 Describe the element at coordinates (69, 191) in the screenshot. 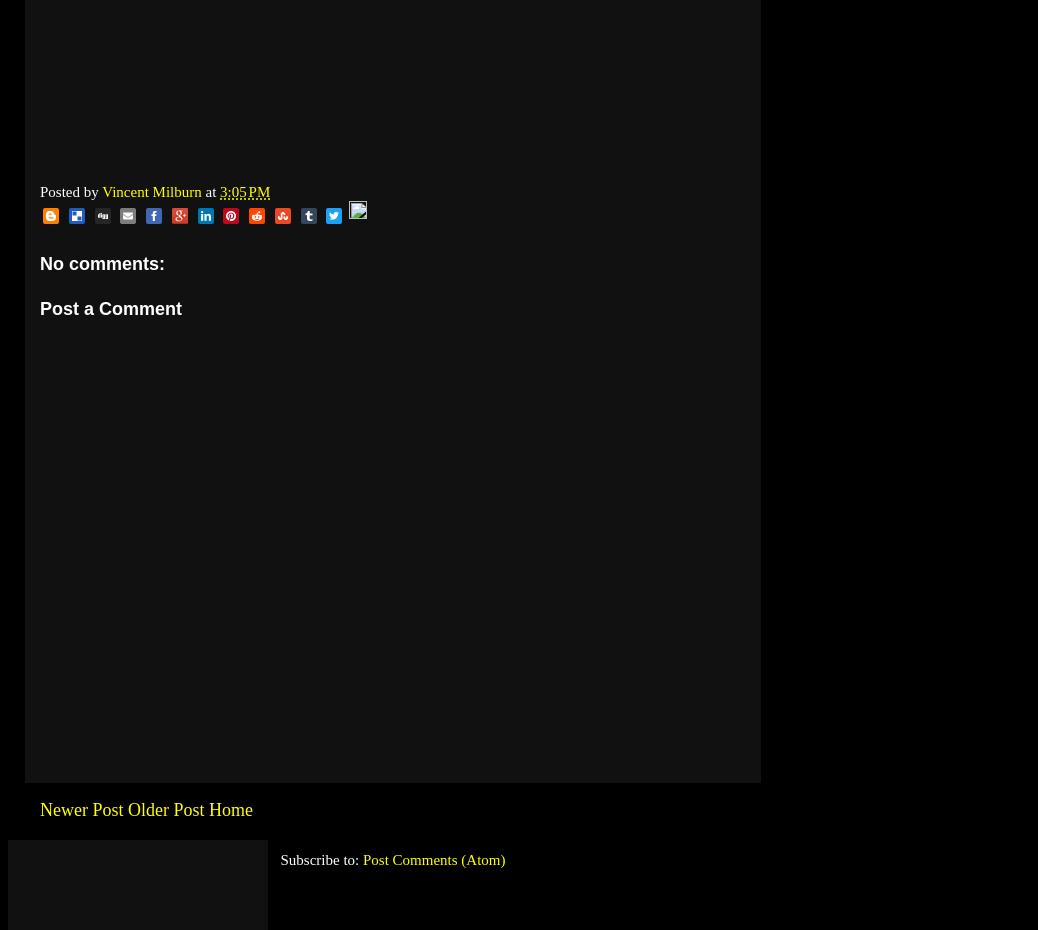

I see `'Posted by'` at that location.